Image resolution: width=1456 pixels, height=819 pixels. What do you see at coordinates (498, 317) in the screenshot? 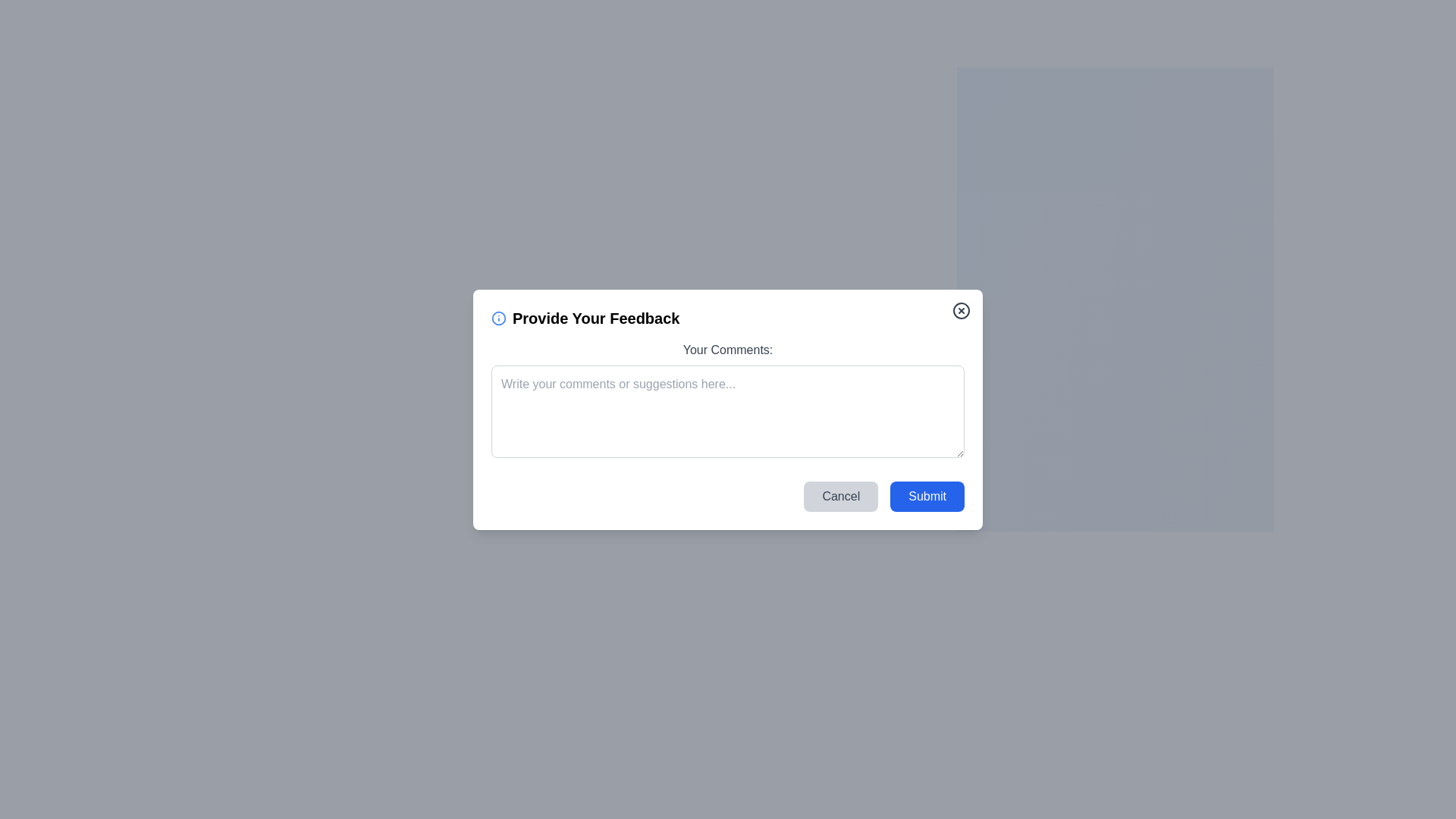
I see `the circular portion of the 'info' icon preceding the title 'Provide Your Feedback'` at bounding box center [498, 317].